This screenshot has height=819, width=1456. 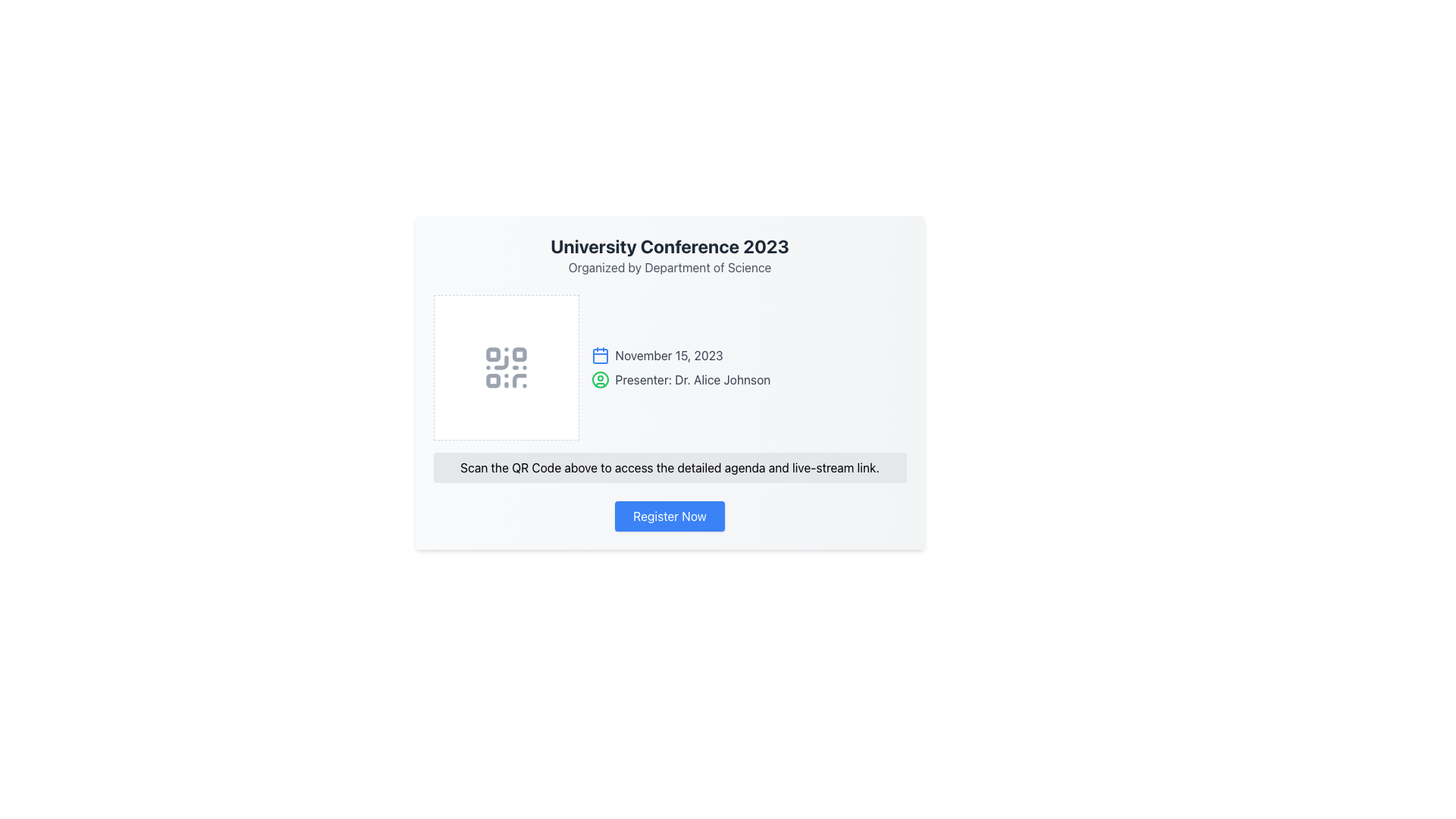 What do you see at coordinates (669, 245) in the screenshot?
I see `main heading text element that serves as the title for the displayed content, positioned at the center near the top of the interface` at bounding box center [669, 245].